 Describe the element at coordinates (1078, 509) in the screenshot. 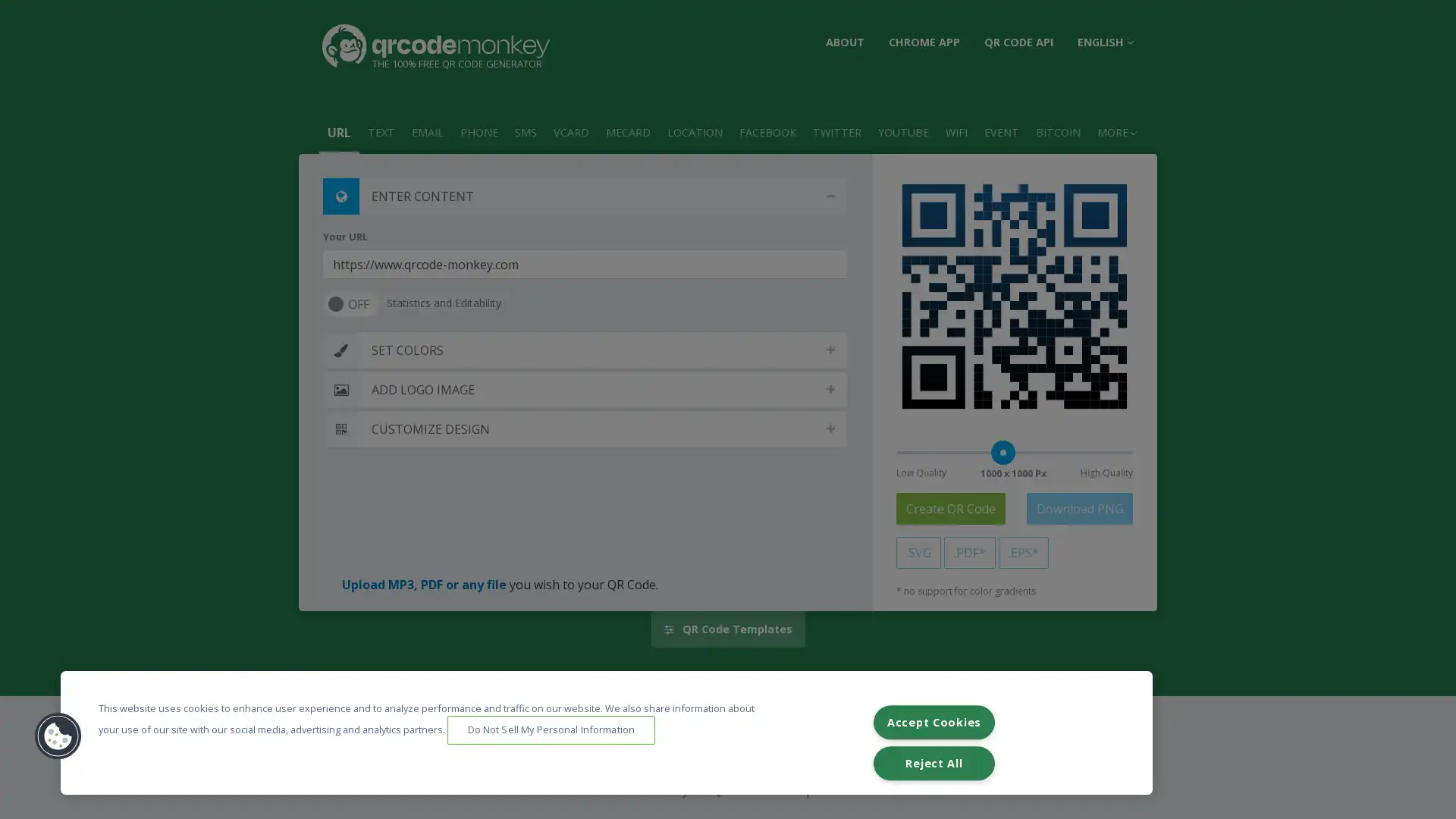

I see `Download PNG` at that location.